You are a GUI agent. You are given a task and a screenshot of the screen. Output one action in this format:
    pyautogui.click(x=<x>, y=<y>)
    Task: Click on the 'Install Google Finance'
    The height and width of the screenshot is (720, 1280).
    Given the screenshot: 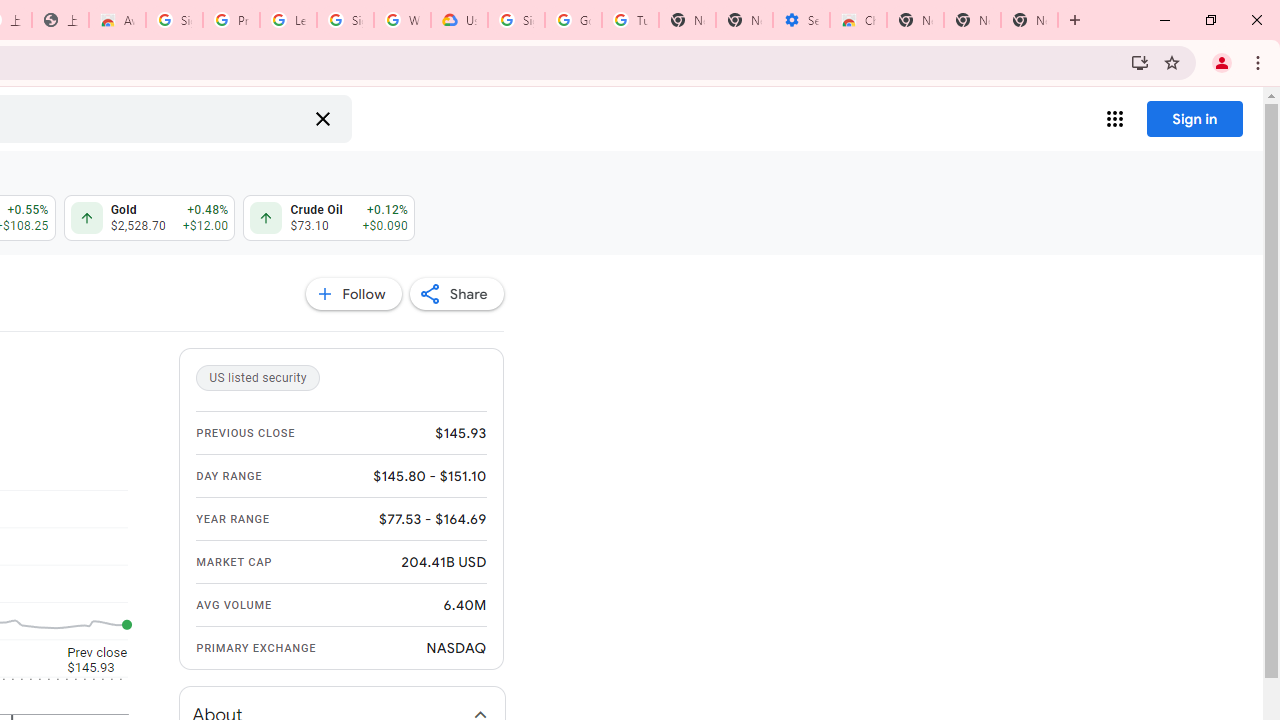 What is the action you would take?
    pyautogui.click(x=1139, y=61)
    